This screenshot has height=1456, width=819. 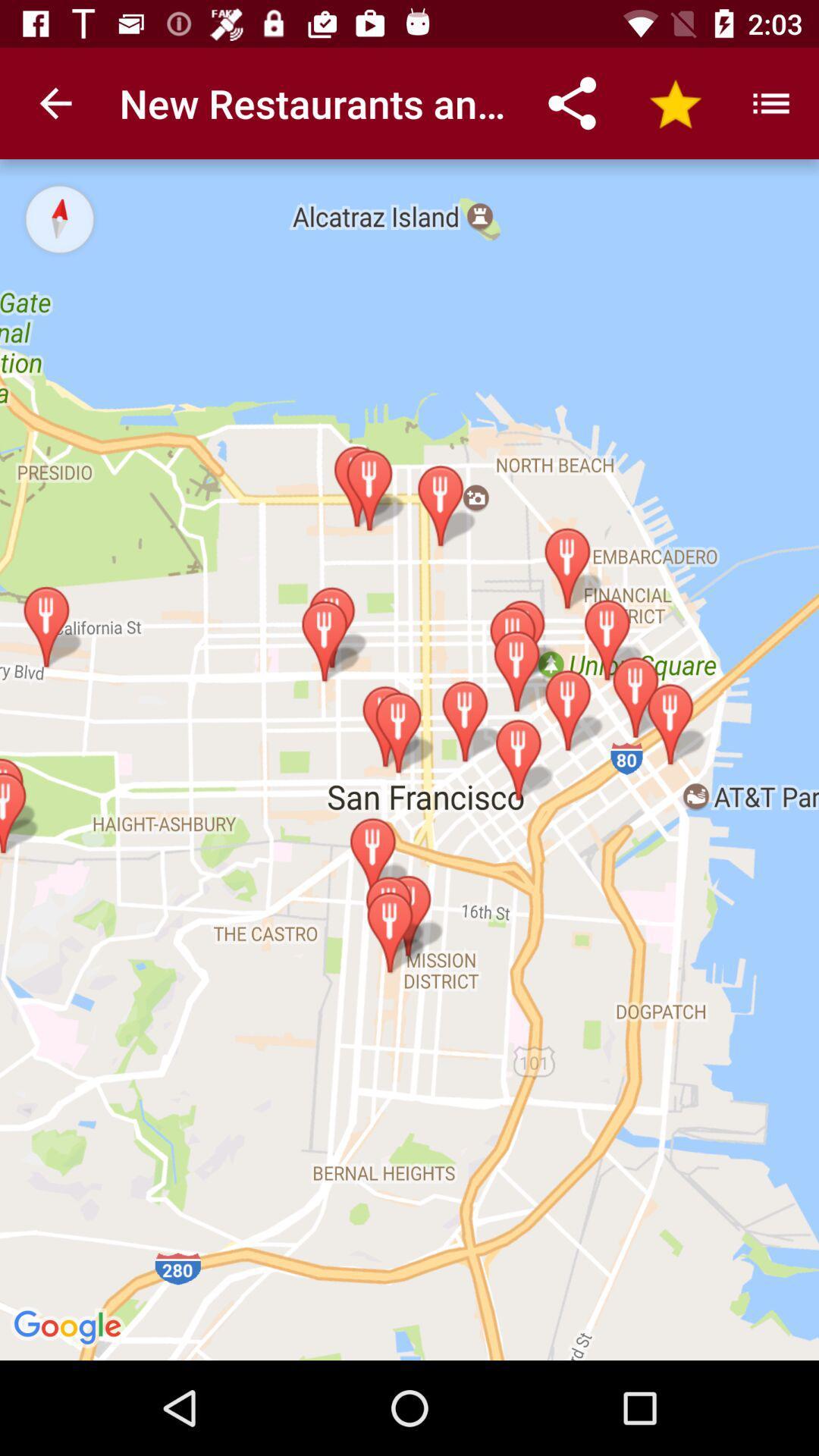 What do you see at coordinates (409, 760) in the screenshot?
I see `the item at the center` at bounding box center [409, 760].